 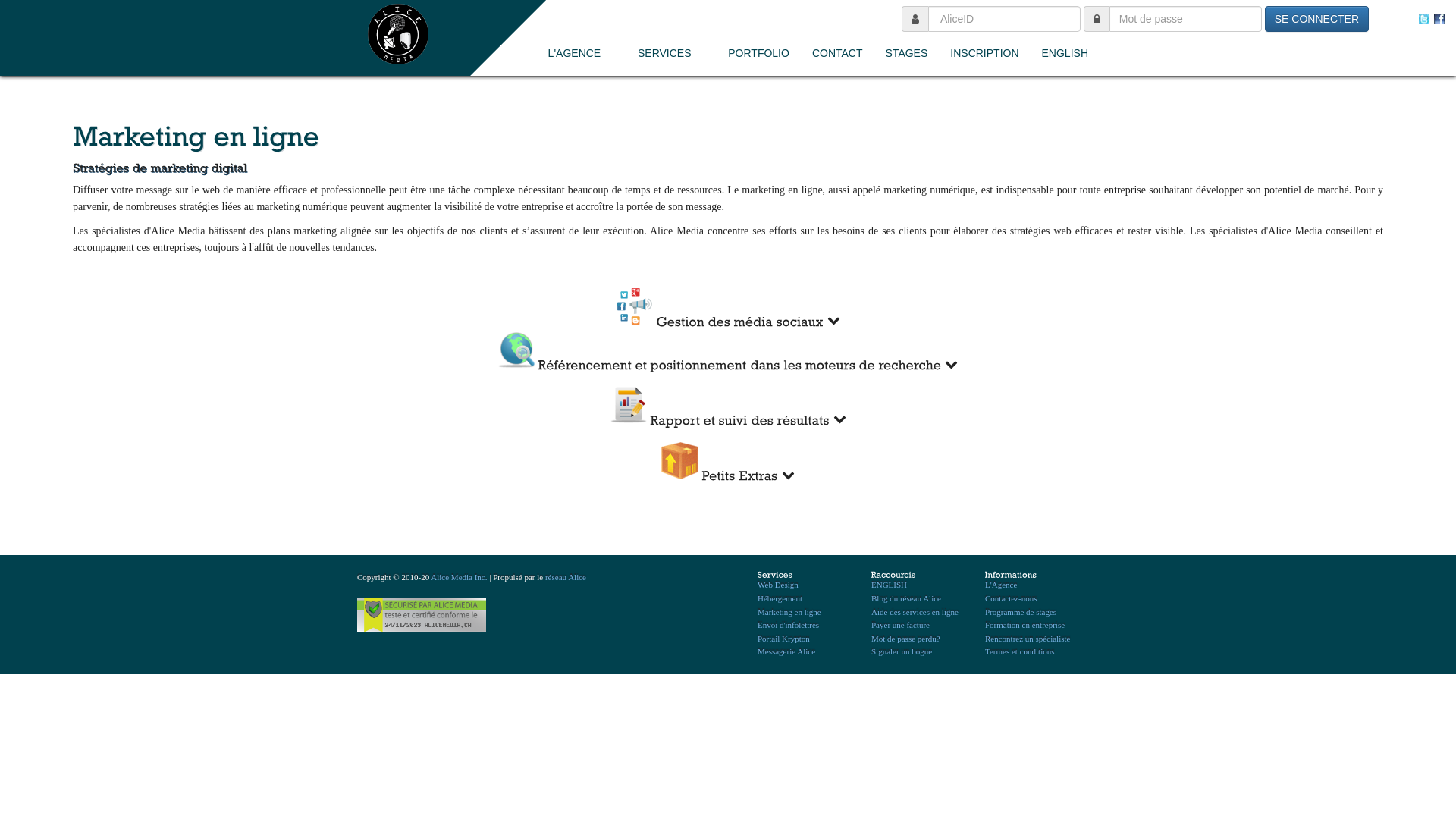 What do you see at coordinates (581, 52) in the screenshot?
I see `'L'AGENCE'` at bounding box center [581, 52].